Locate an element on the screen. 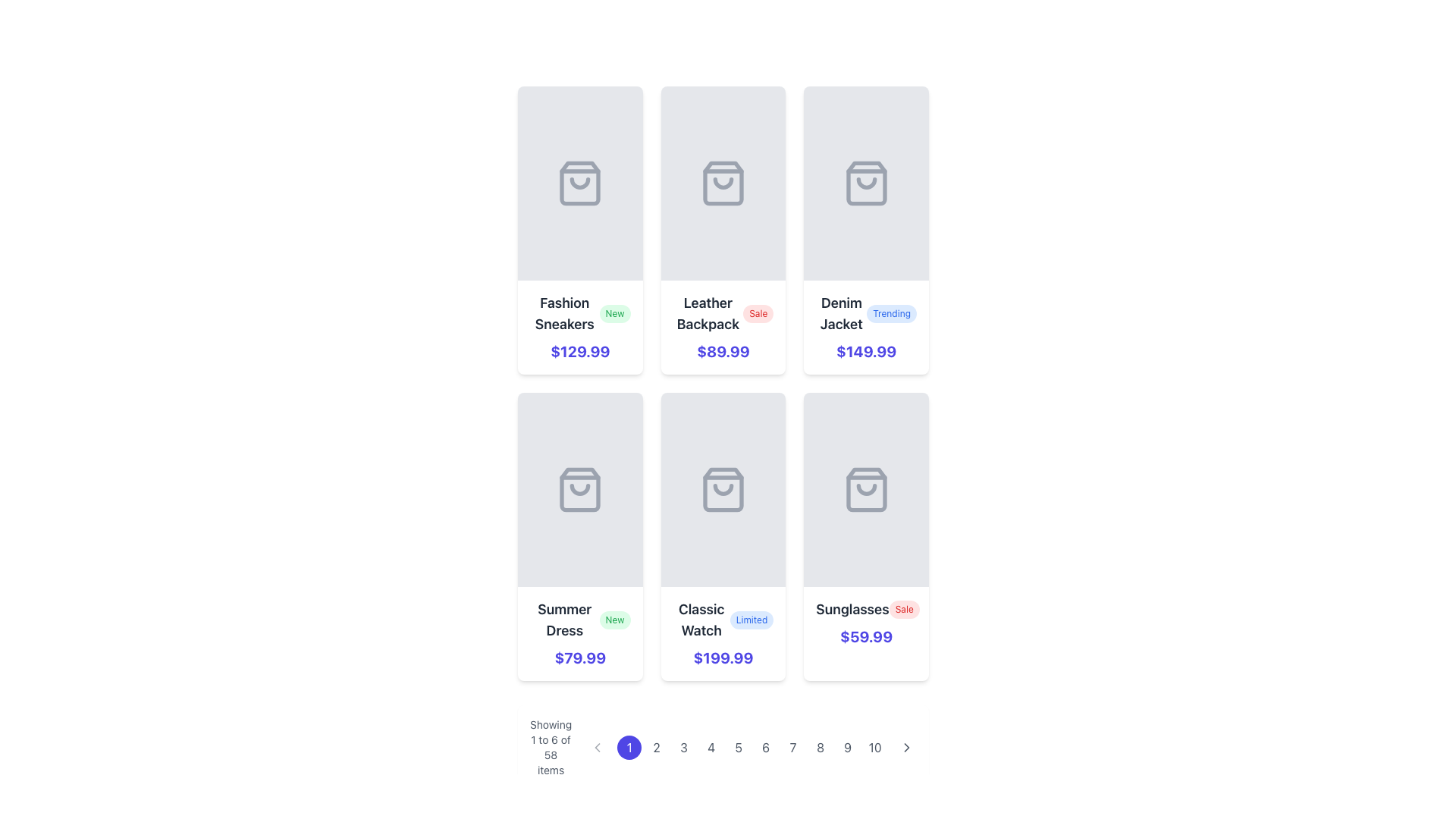  the text label that reads 'Leather Backpack', which is styled in a large, bold font and positioned centrally within its product card is located at coordinates (707, 312).